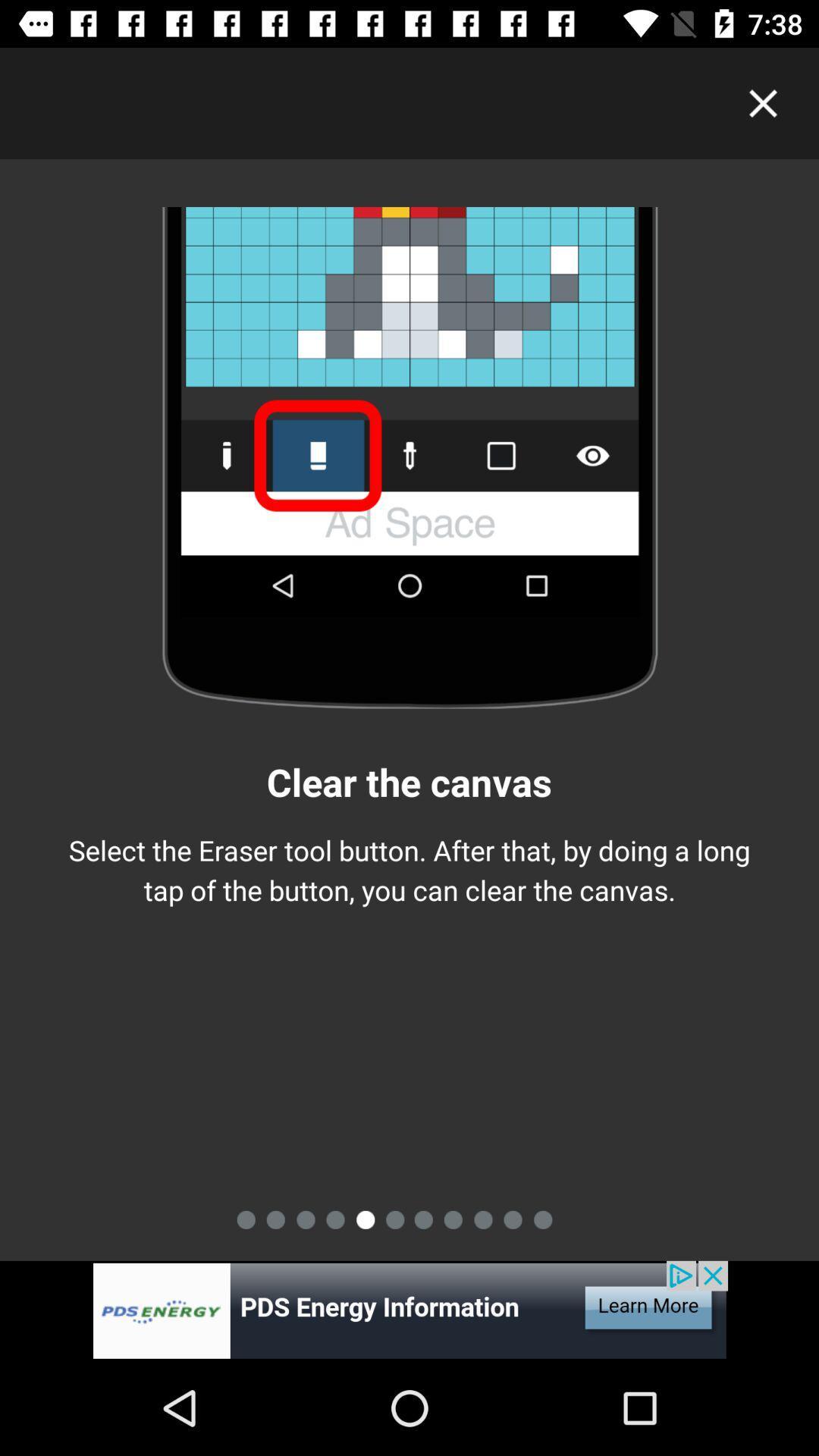 The height and width of the screenshot is (1456, 819). Describe the element at coordinates (763, 102) in the screenshot. I see `the close` at that location.